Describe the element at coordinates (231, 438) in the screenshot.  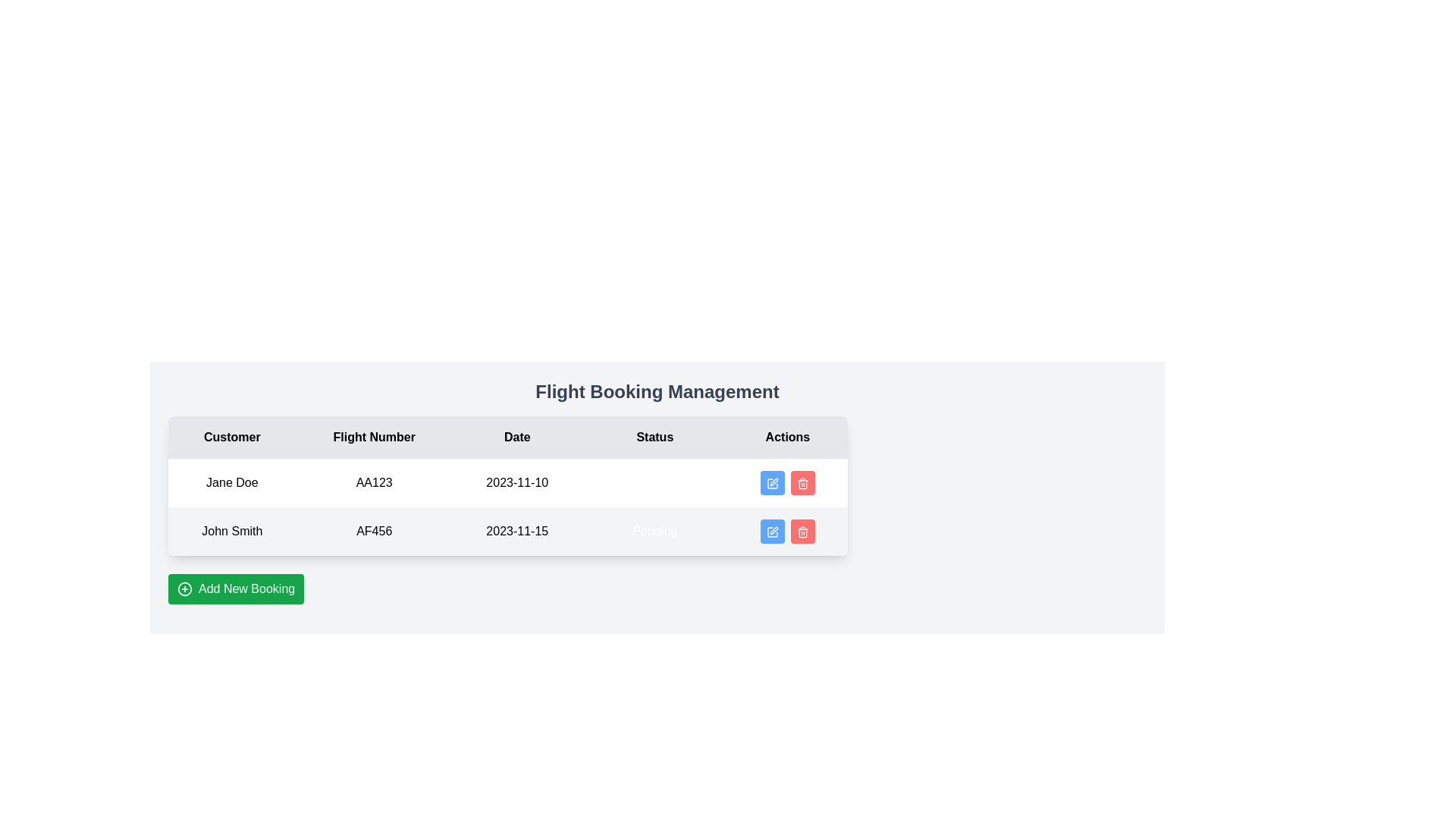
I see `header label indicating customer information, located at the leftmost position in the table layout` at that location.